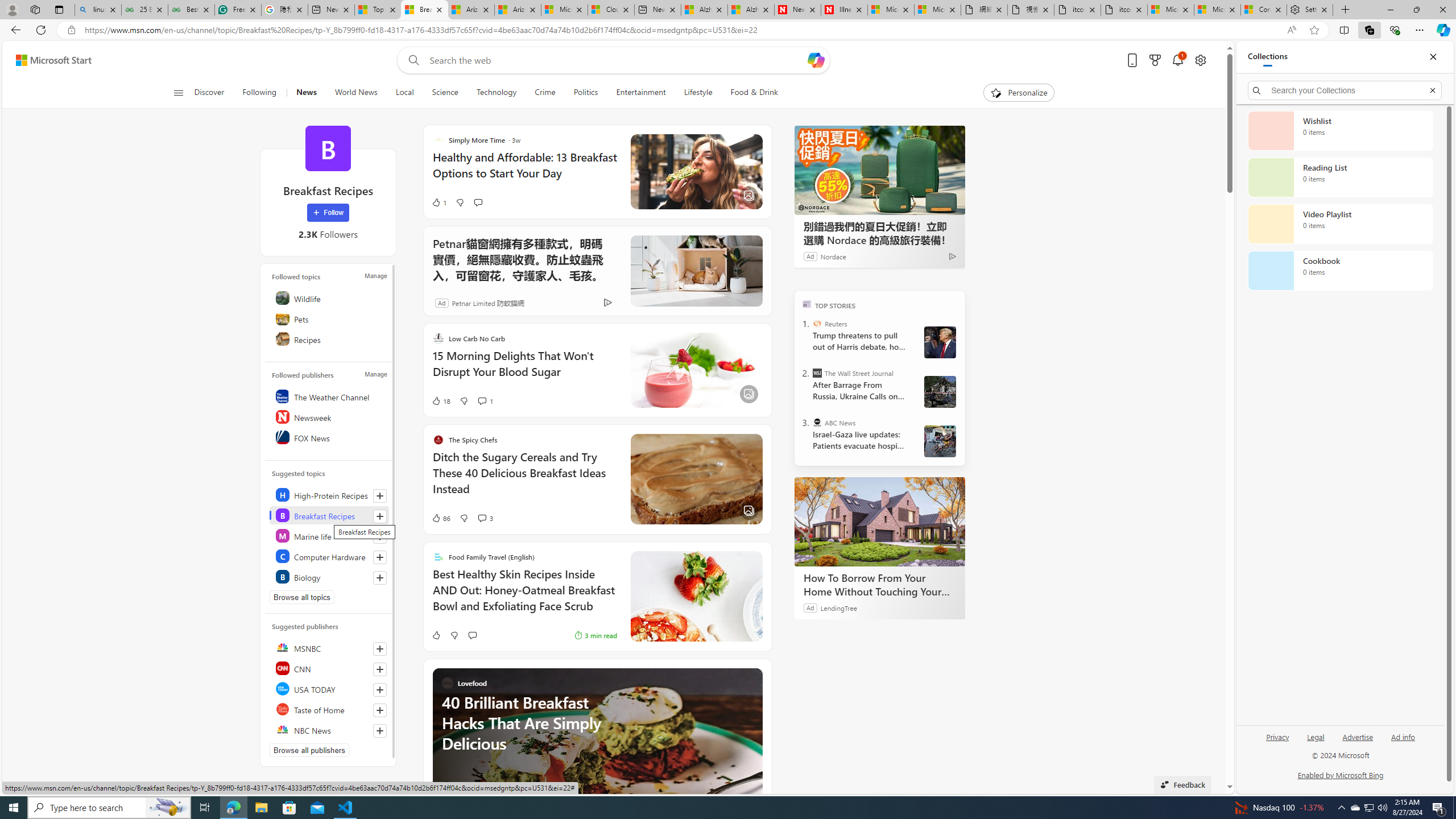  What do you see at coordinates (544, 92) in the screenshot?
I see `'Crime'` at bounding box center [544, 92].